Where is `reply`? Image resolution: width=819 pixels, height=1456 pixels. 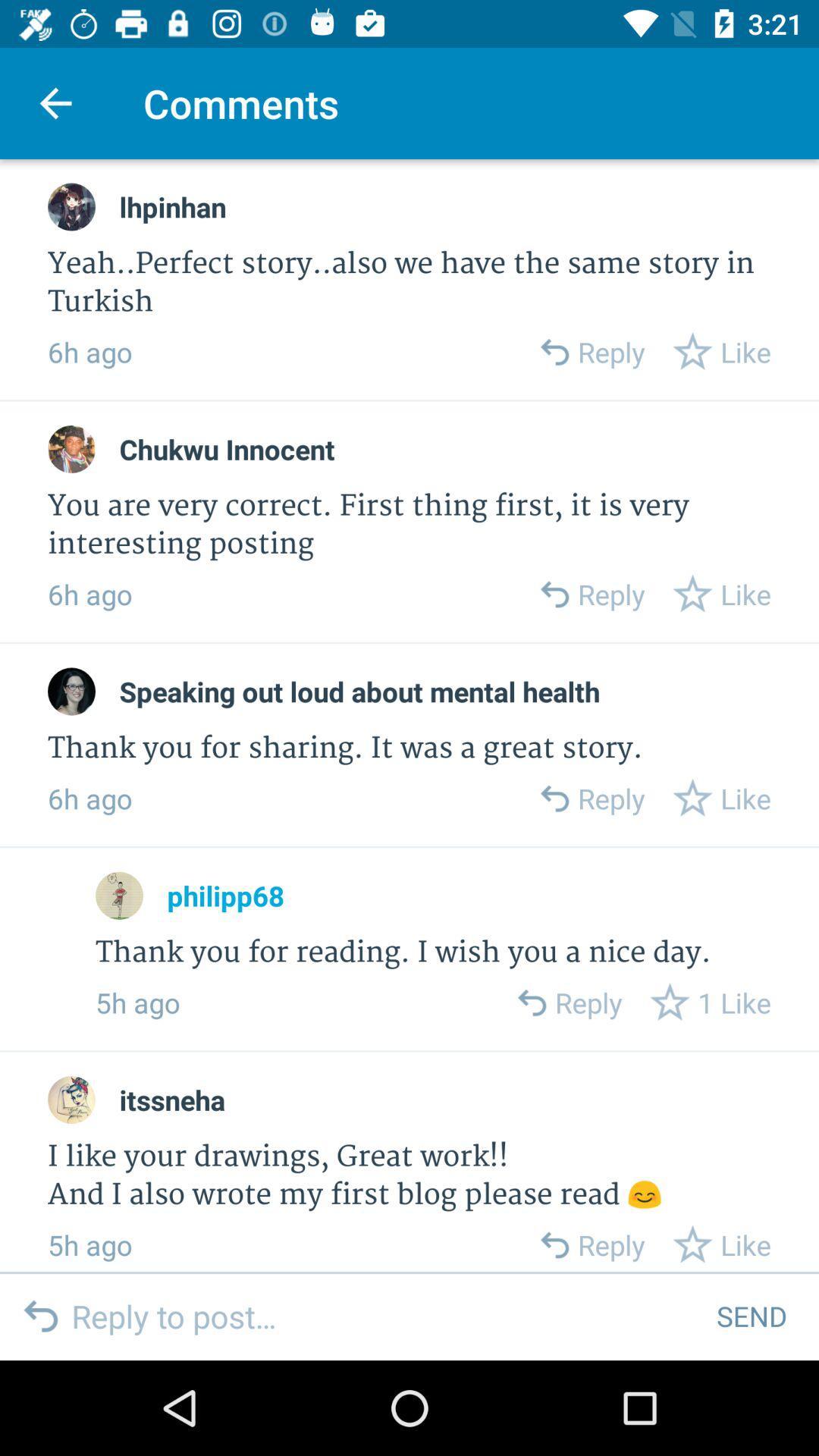 reply is located at coordinates (554, 1244).